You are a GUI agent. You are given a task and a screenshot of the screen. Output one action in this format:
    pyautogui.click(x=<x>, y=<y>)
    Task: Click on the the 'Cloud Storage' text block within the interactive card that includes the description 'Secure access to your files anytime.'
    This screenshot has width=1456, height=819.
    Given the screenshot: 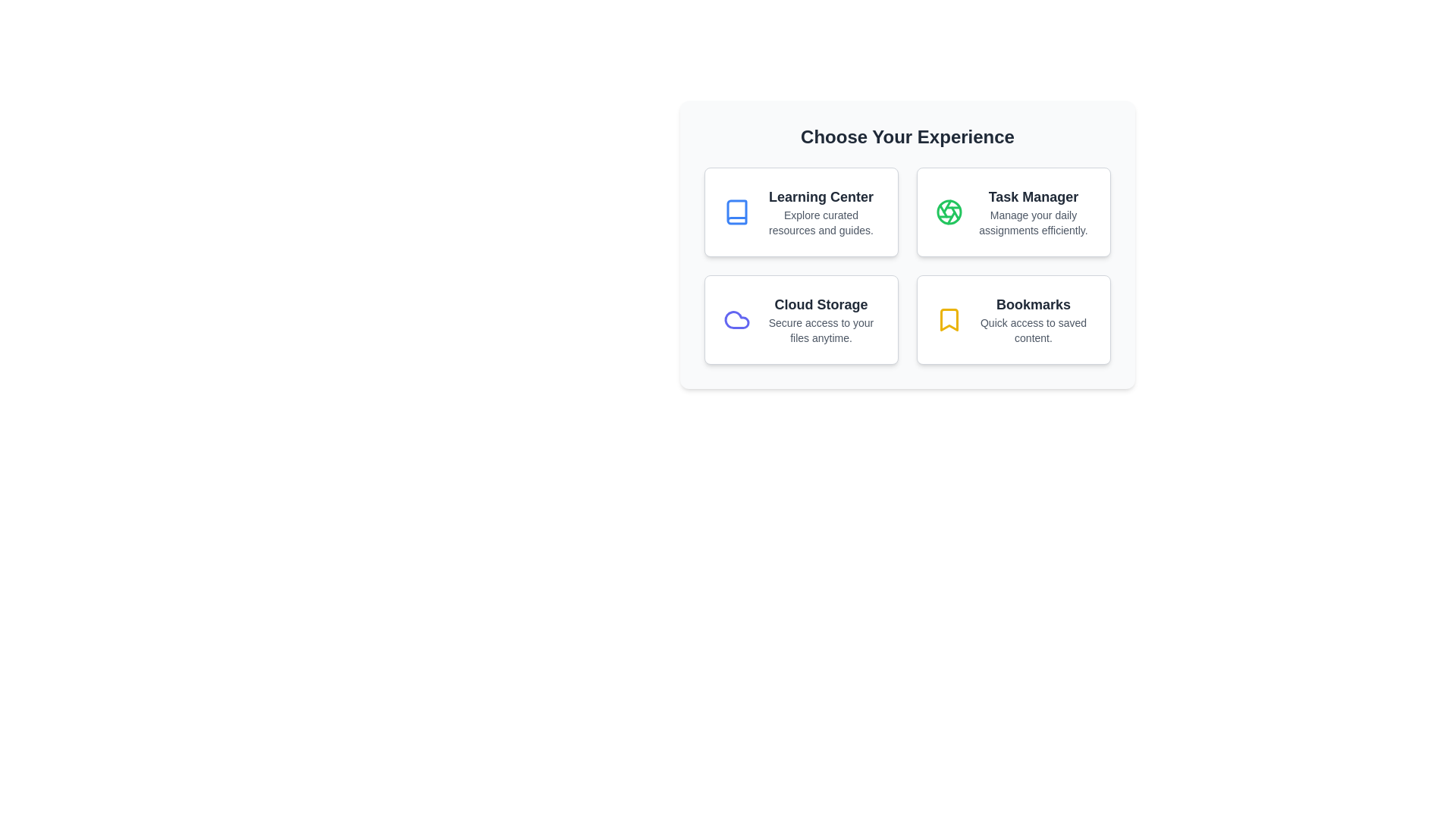 What is the action you would take?
    pyautogui.click(x=821, y=318)
    